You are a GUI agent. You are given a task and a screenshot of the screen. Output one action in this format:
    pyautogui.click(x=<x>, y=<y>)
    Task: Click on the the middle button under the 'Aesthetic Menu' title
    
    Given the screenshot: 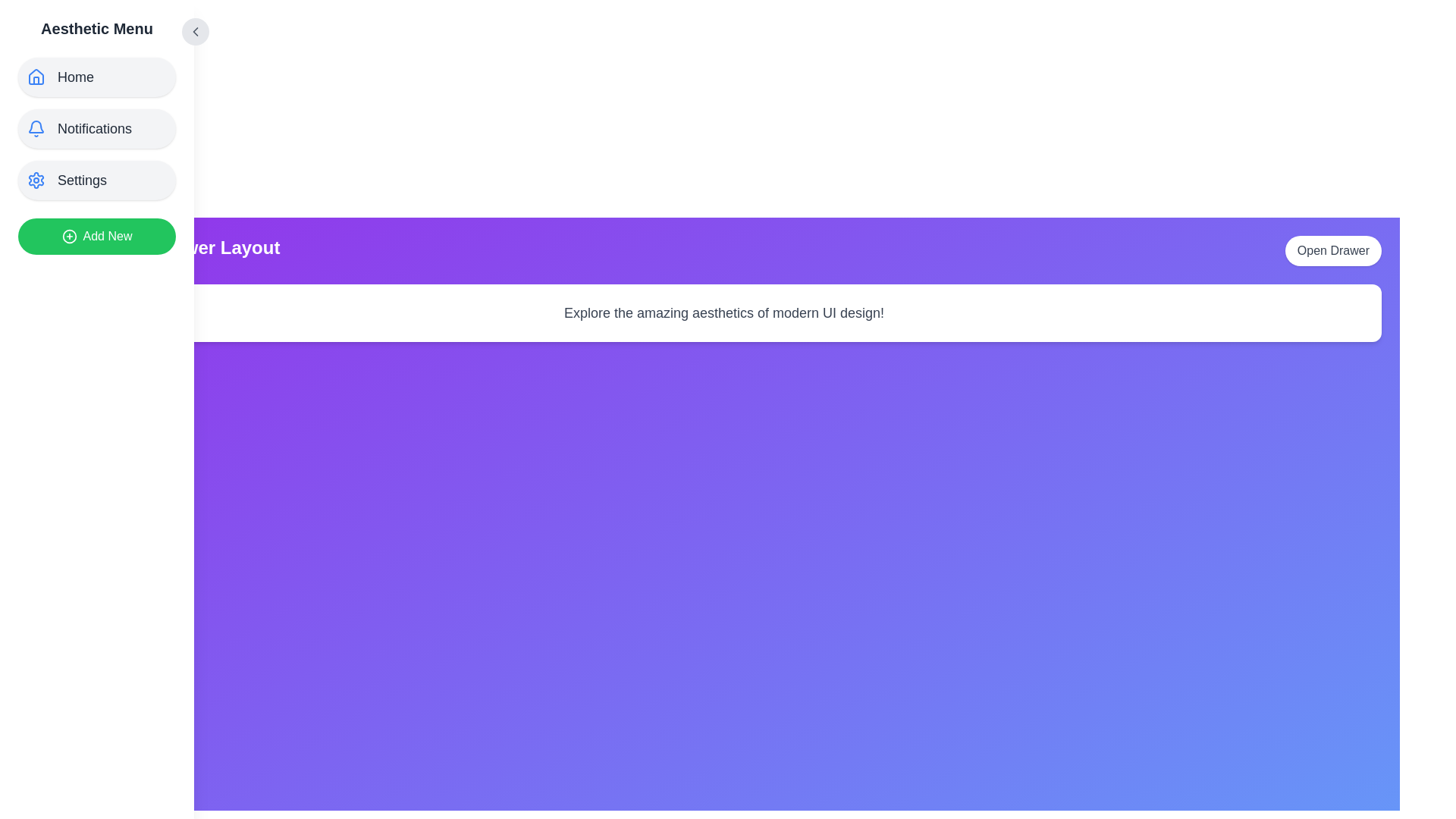 What is the action you would take?
    pyautogui.click(x=96, y=127)
    